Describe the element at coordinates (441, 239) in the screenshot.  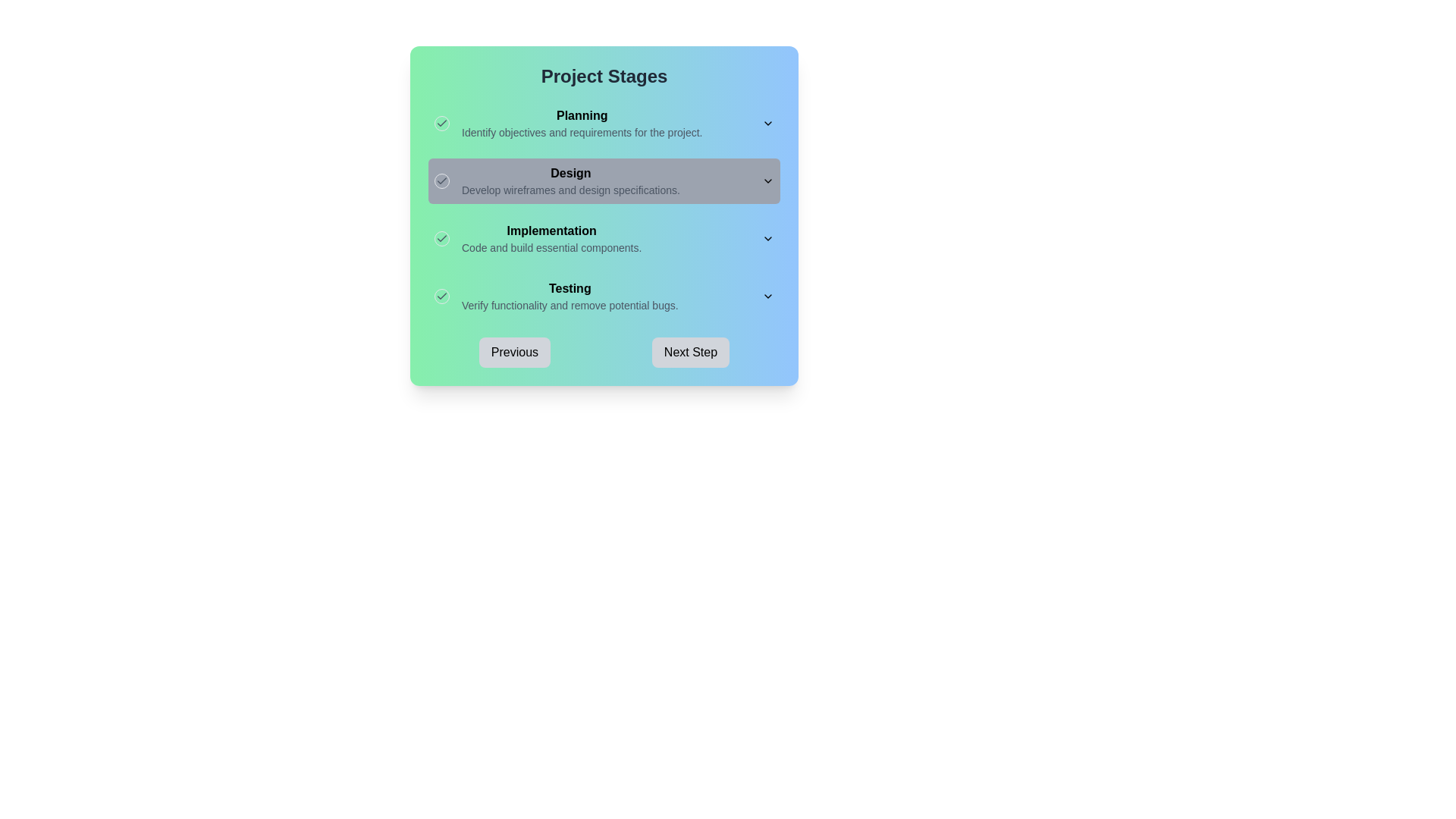
I see `the small circular icon with a green check mark on a light green background, located to the left of the 'Implementation' text in the 'Project Stages' section` at that location.